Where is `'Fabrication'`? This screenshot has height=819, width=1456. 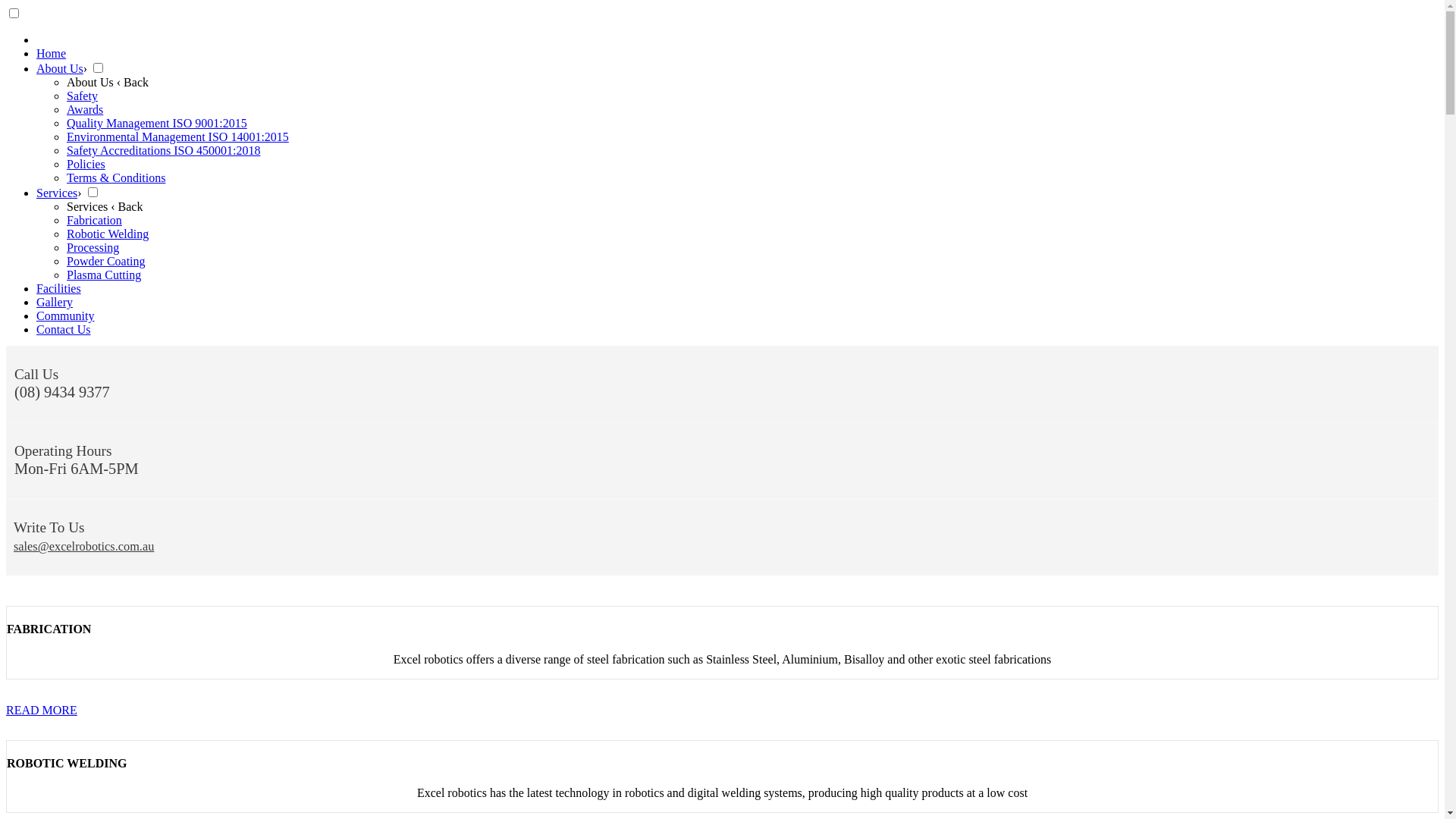
'Fabrication' is located at coordinates (93, 220).